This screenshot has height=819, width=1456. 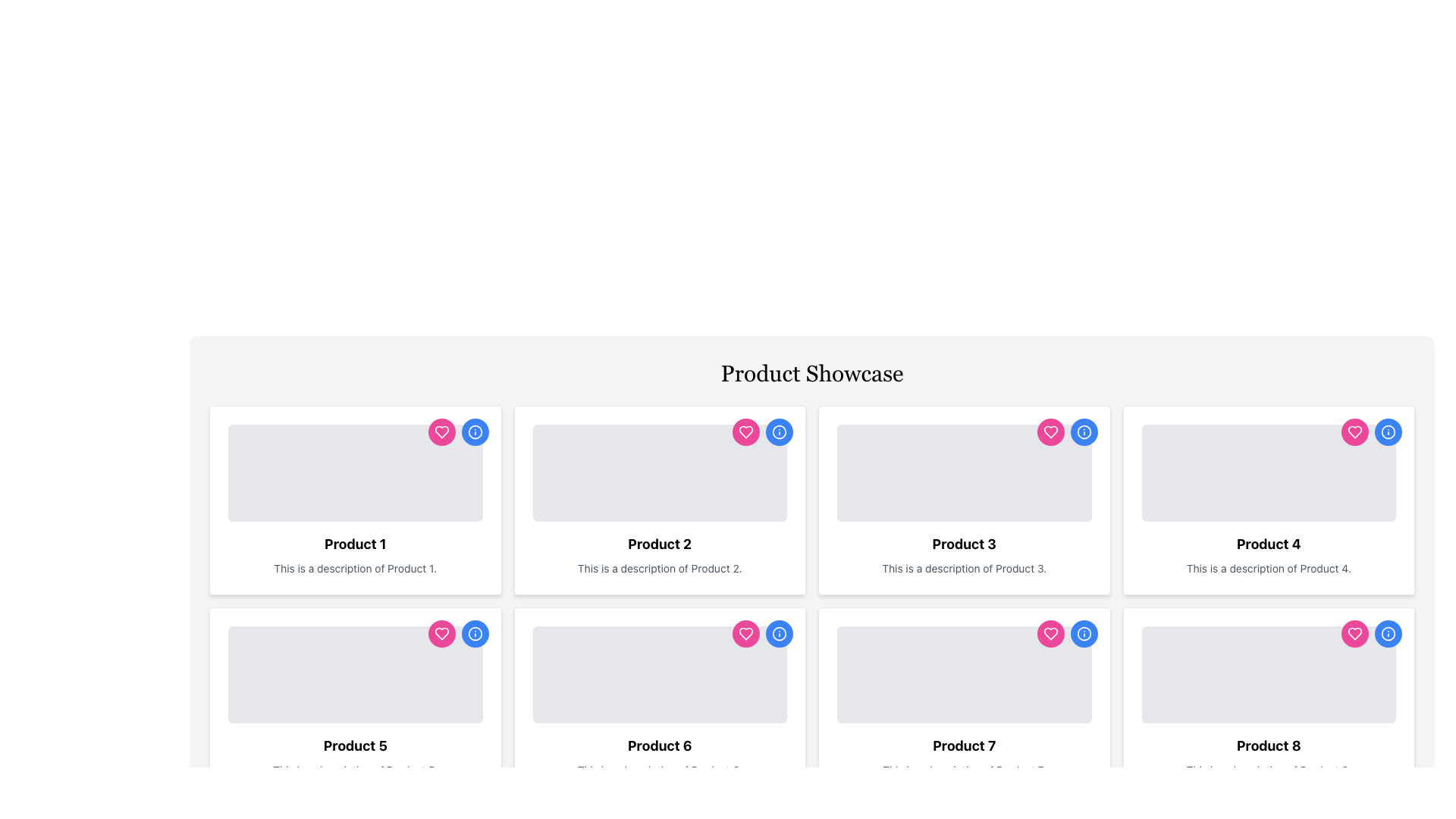 What do you see at coordinates (441, 432) in the screenshot?
I see `the small pink circular button with a white heart icon located in the upper-right corner of the card for 'Product 1'` at bounding box center [441, 432].